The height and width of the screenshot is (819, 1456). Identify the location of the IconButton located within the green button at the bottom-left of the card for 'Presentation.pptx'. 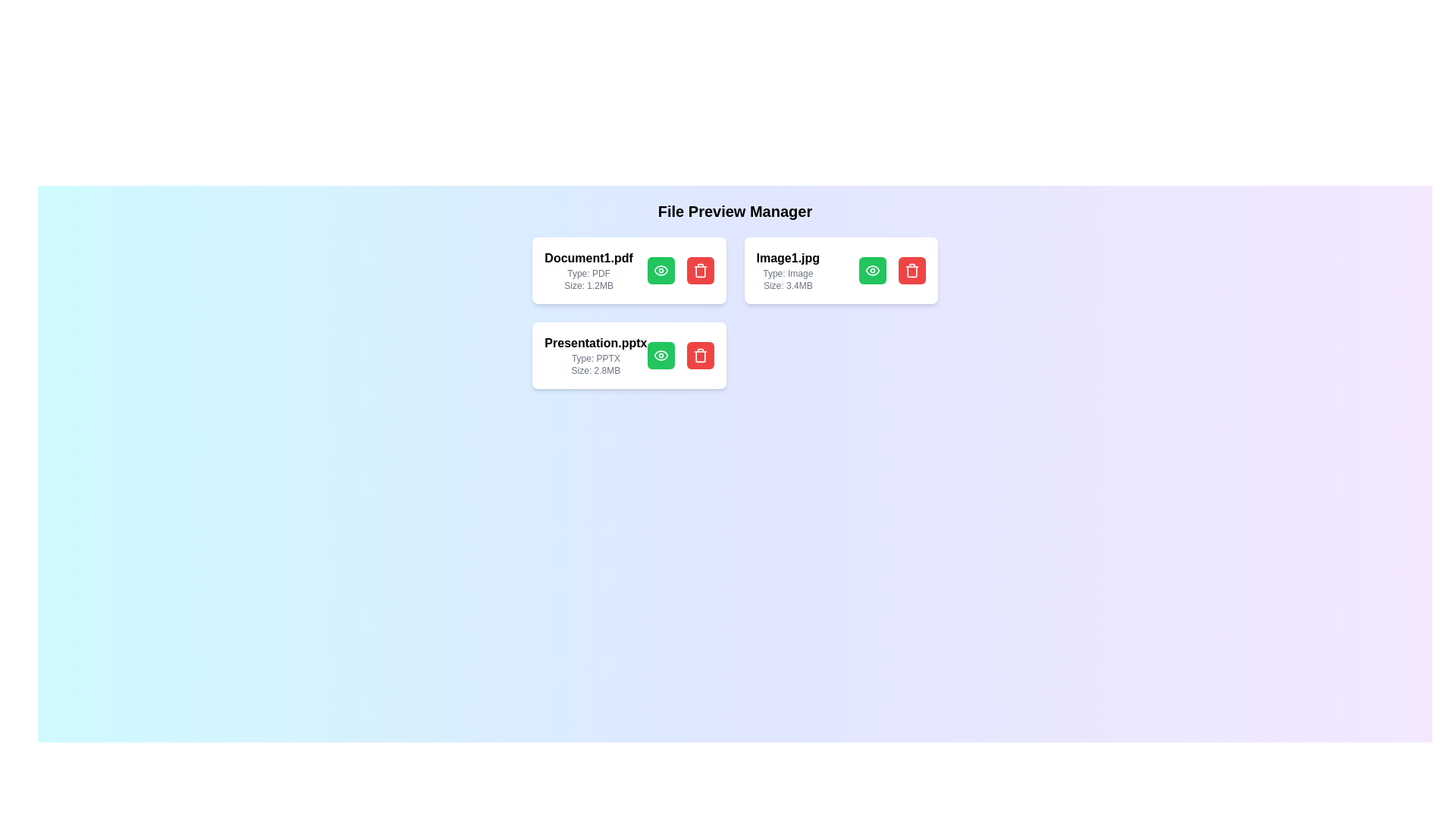
(661, 356).